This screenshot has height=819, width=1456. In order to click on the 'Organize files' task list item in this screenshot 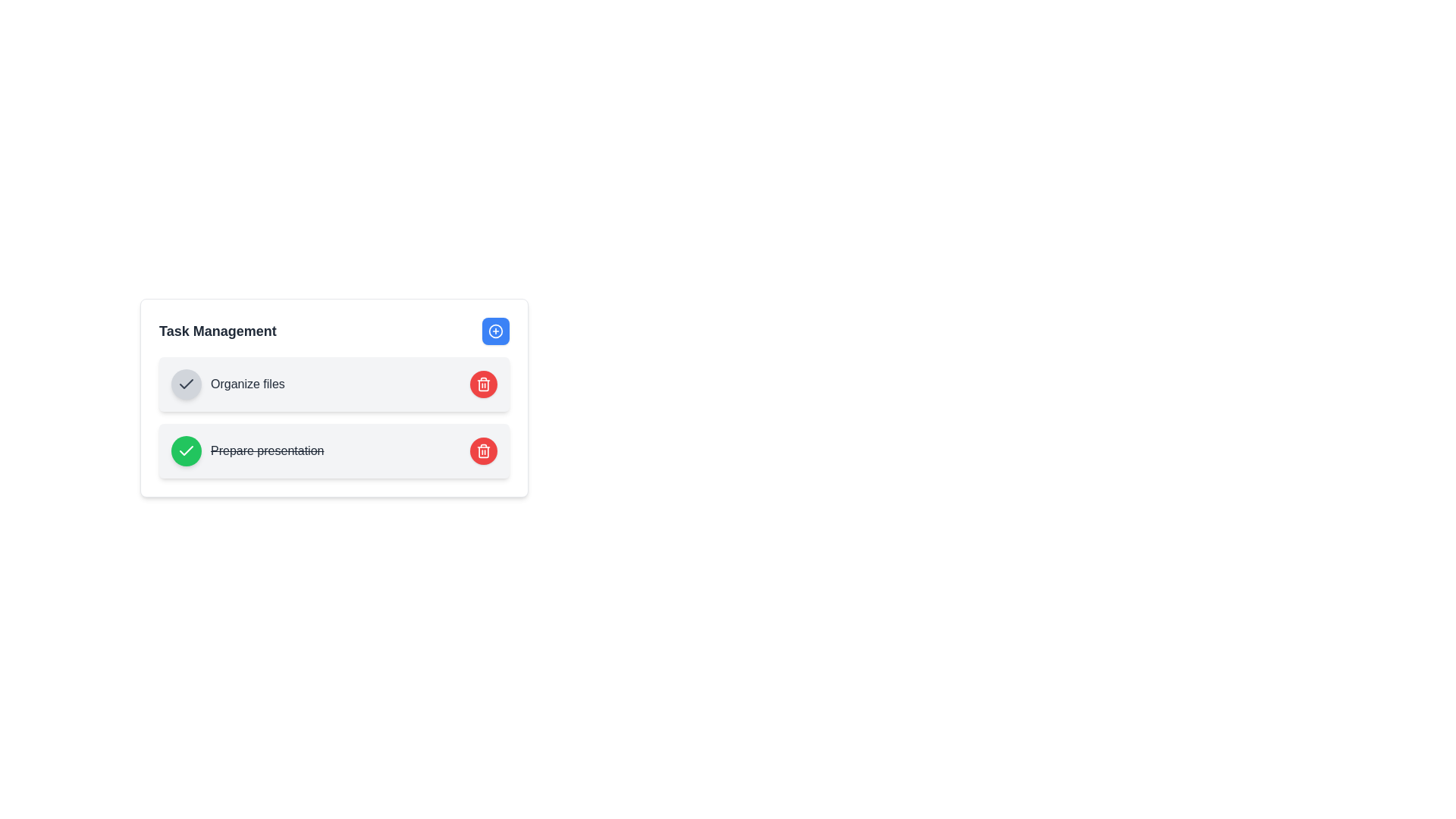, I will do `click(227, 383)`.